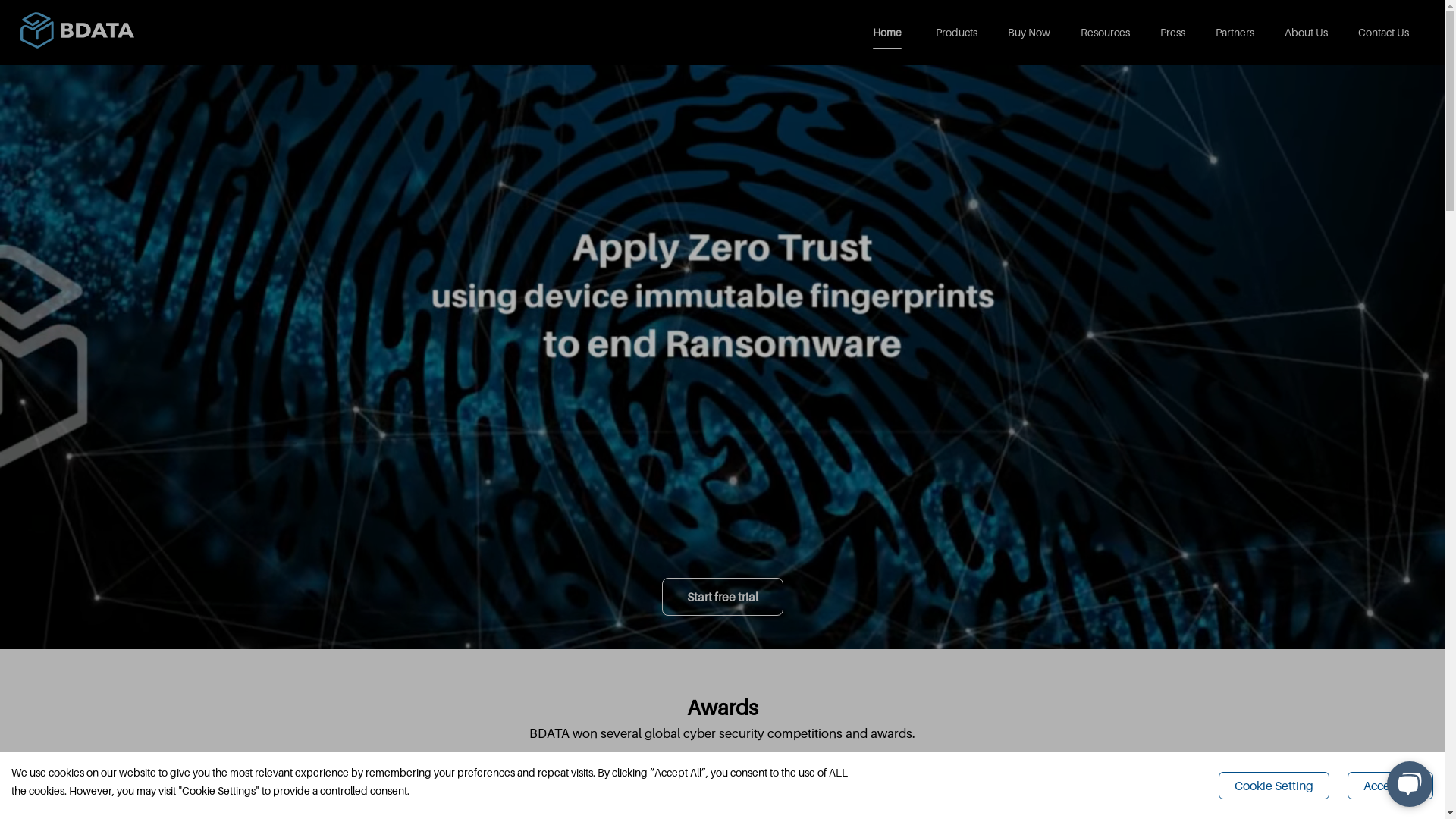 This screenshot has width=1456, height=819. Describe the element at coordinates (1029, 32) in the screenshot. I see `'Buy Now'` at that location.